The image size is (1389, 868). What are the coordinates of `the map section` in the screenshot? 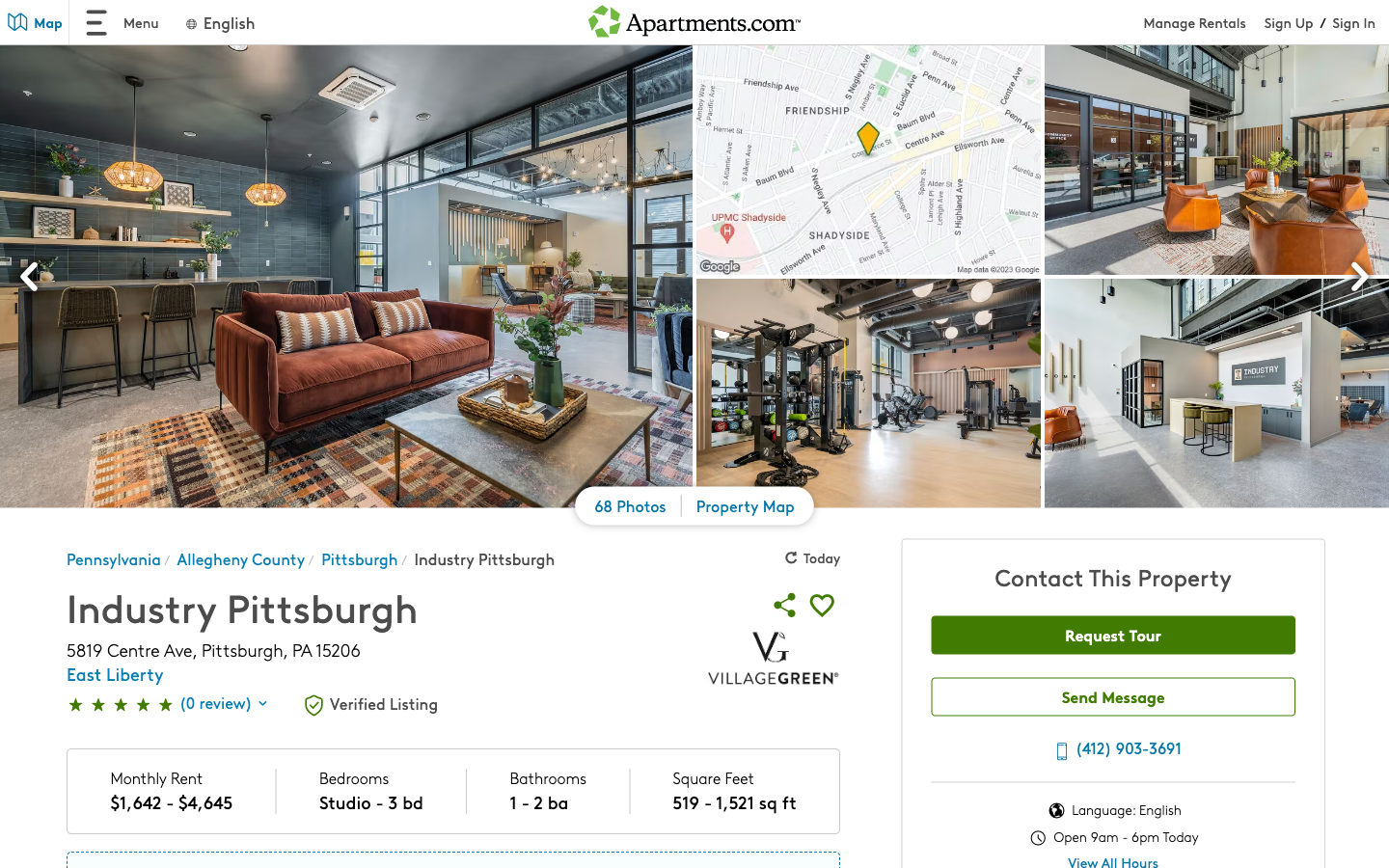 It's located at (23, 25).